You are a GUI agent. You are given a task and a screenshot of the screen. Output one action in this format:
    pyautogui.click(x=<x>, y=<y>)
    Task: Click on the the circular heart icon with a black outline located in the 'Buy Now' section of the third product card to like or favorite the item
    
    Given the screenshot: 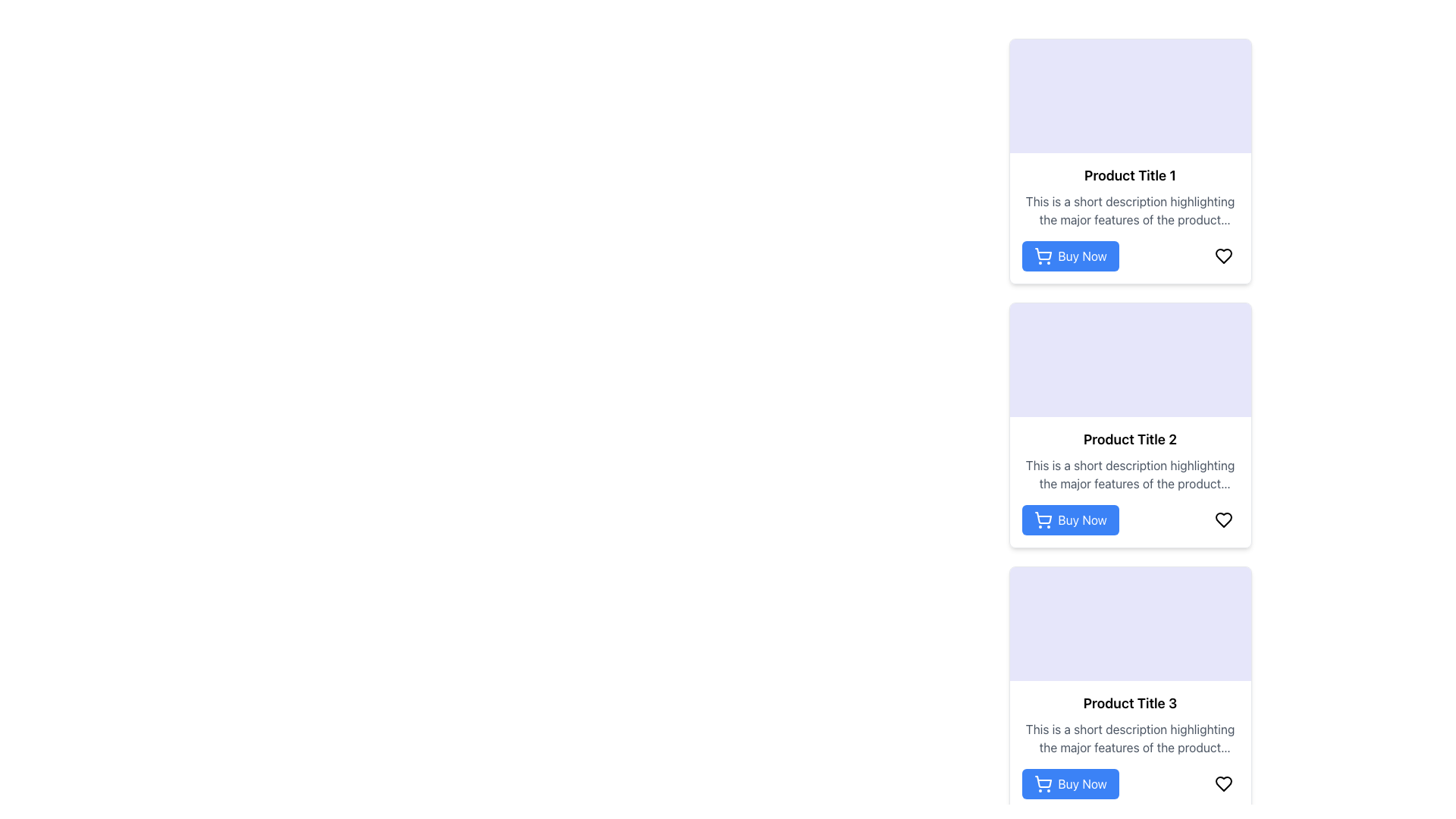 What is the action you would take?
    pyautogui.click(x=1223, y=783)
    